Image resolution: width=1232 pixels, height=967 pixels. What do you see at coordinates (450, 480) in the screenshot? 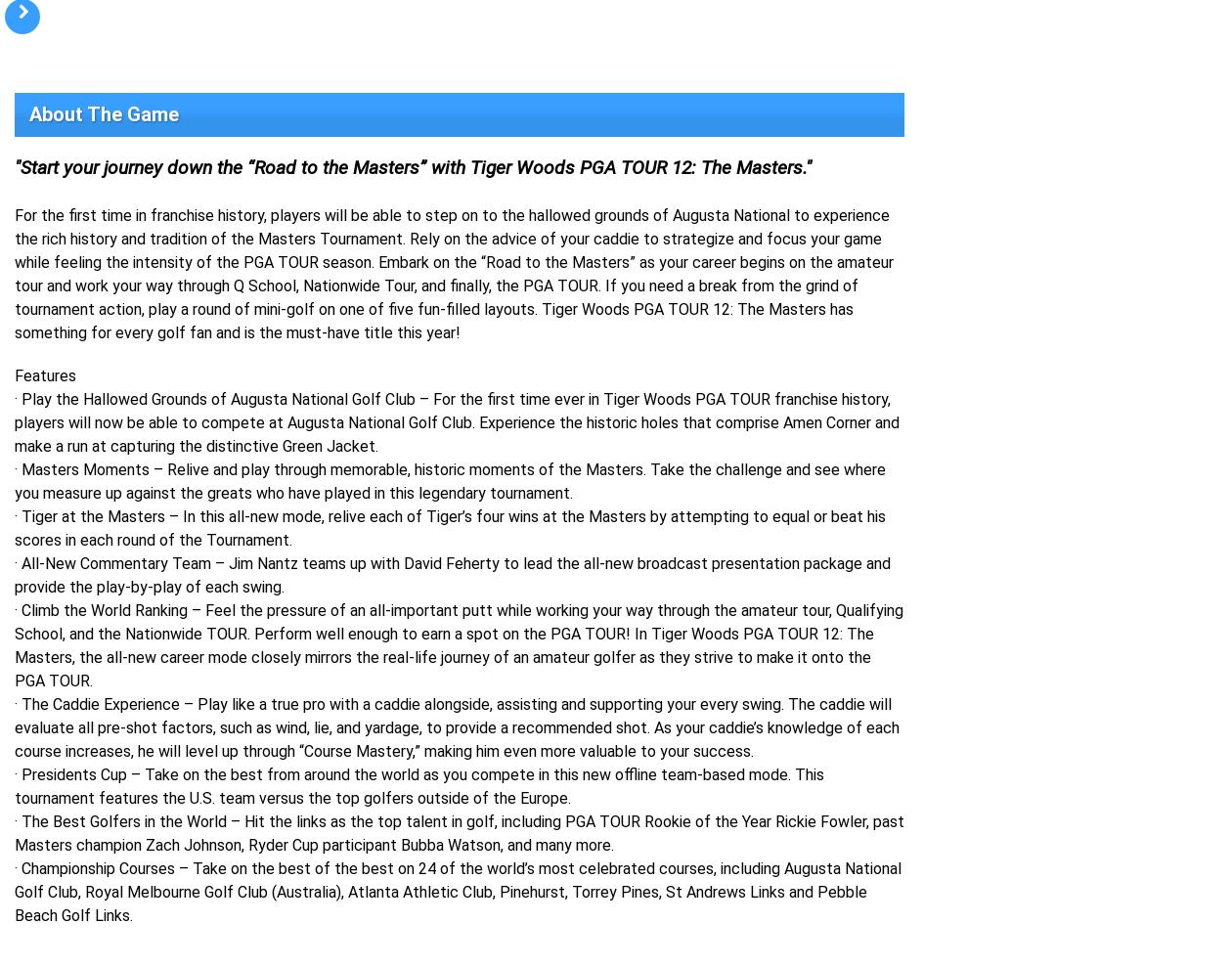
I see `'· Masters Moments – Relive and play through memorable, historic moments of the Masters. Take the challenge and see where you measure up against the greats who have played in this legendary tournament.'` at bounding box center [450, 480].